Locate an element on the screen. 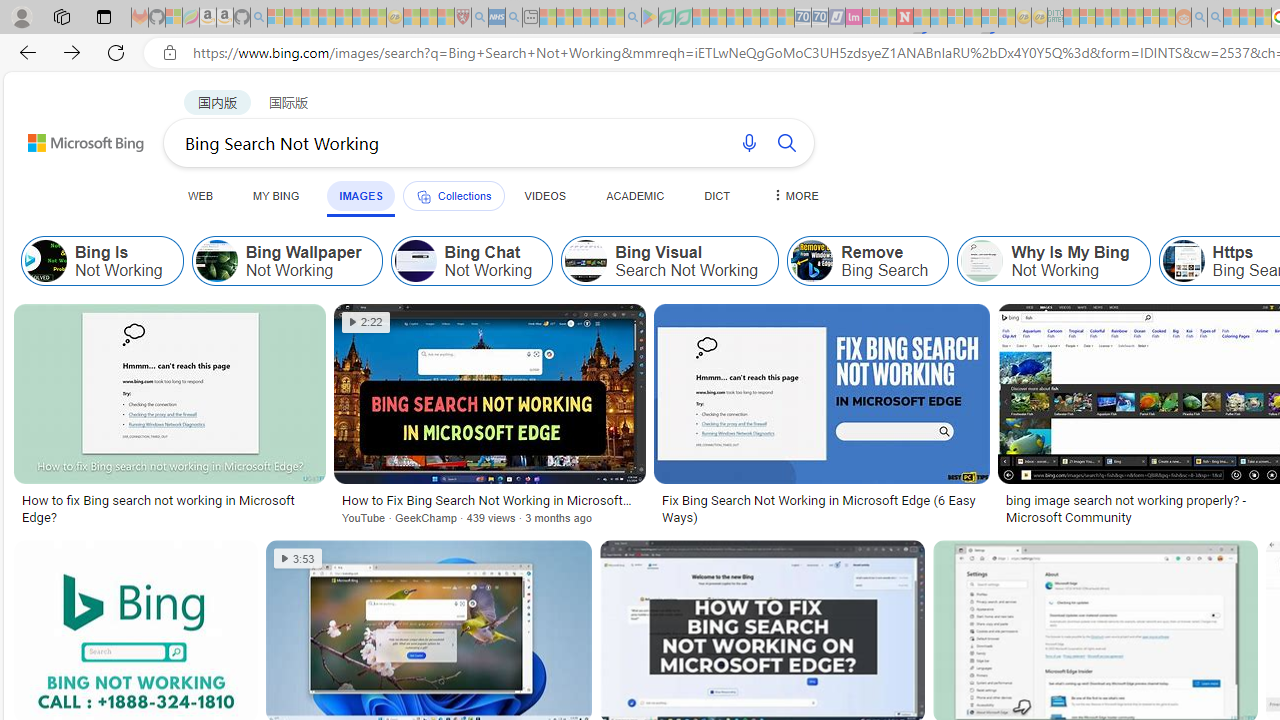 This screenshot has width=1280, height=720. 'Dropdown Menu' is located at coordinates (792, 195).